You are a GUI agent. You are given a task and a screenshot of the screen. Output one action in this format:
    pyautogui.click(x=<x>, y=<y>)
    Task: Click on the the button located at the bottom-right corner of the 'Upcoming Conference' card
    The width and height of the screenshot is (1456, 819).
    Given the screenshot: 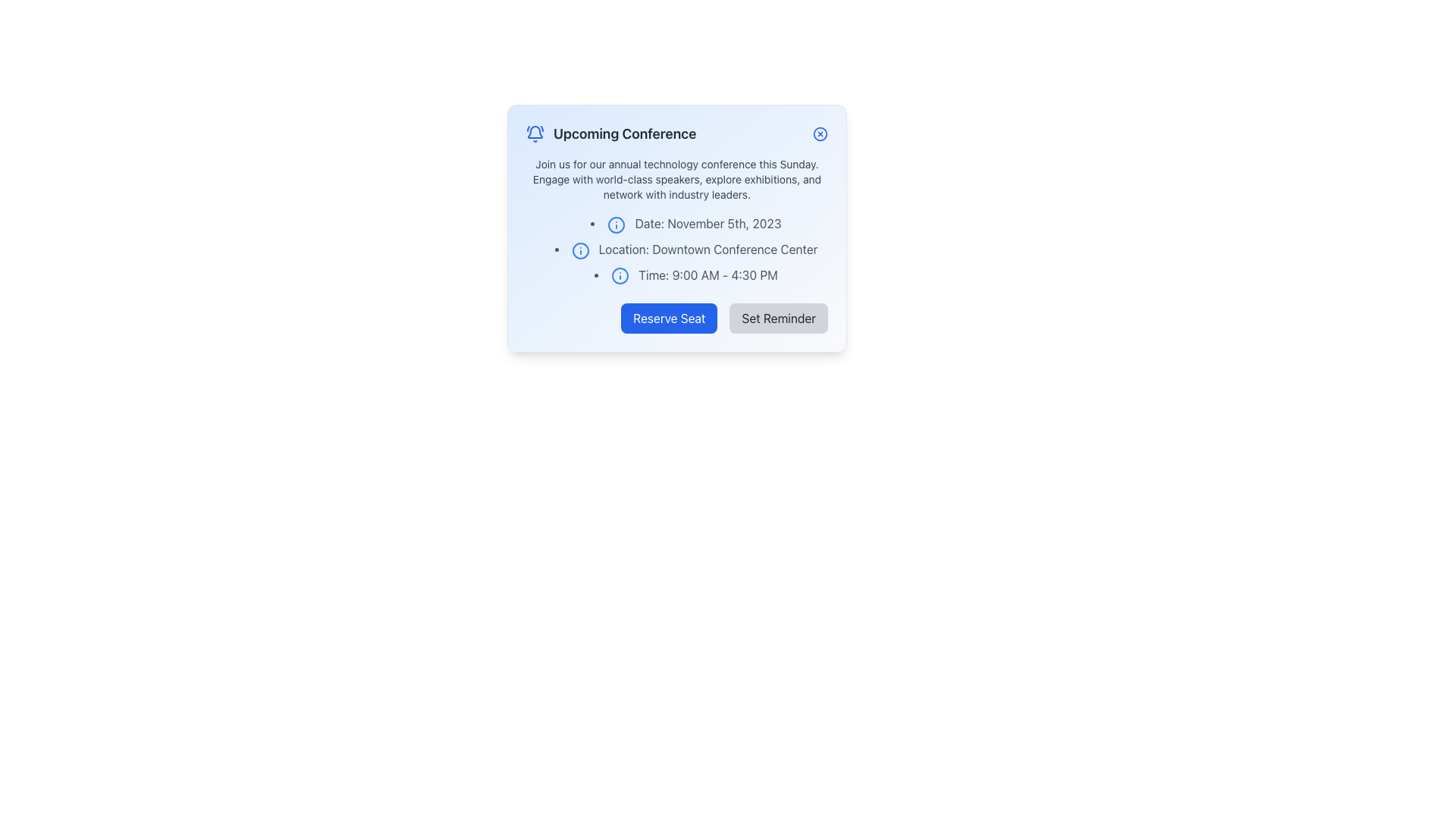 What is the action you would take?
    pyautogui.click(x=779, y=318)
    